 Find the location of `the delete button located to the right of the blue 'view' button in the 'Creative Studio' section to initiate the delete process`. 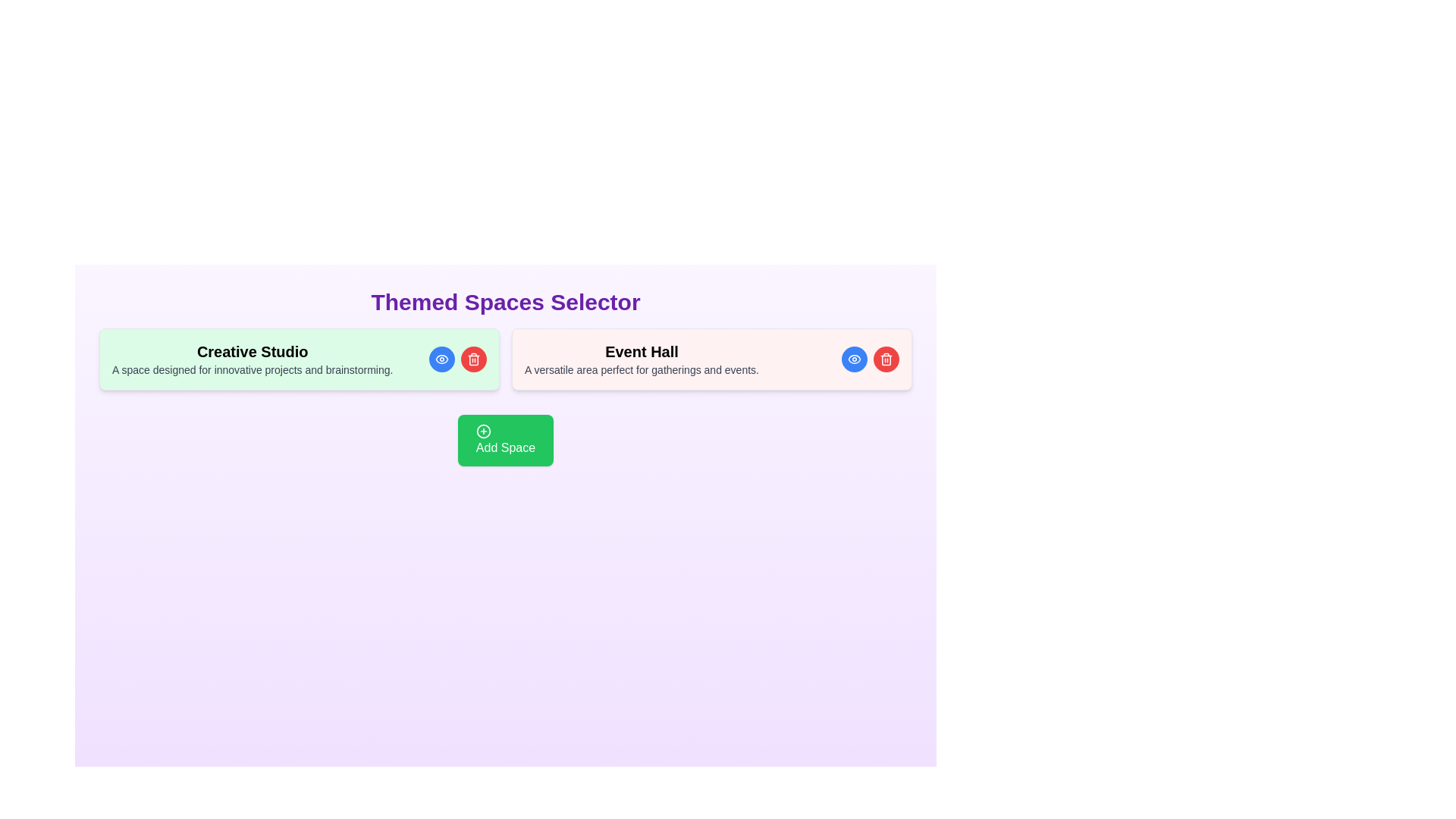

the delete button located to the right of the blue 'view' button in the 'Creative Studio' section to initiate the delete process is located at coordinates (472, 359).